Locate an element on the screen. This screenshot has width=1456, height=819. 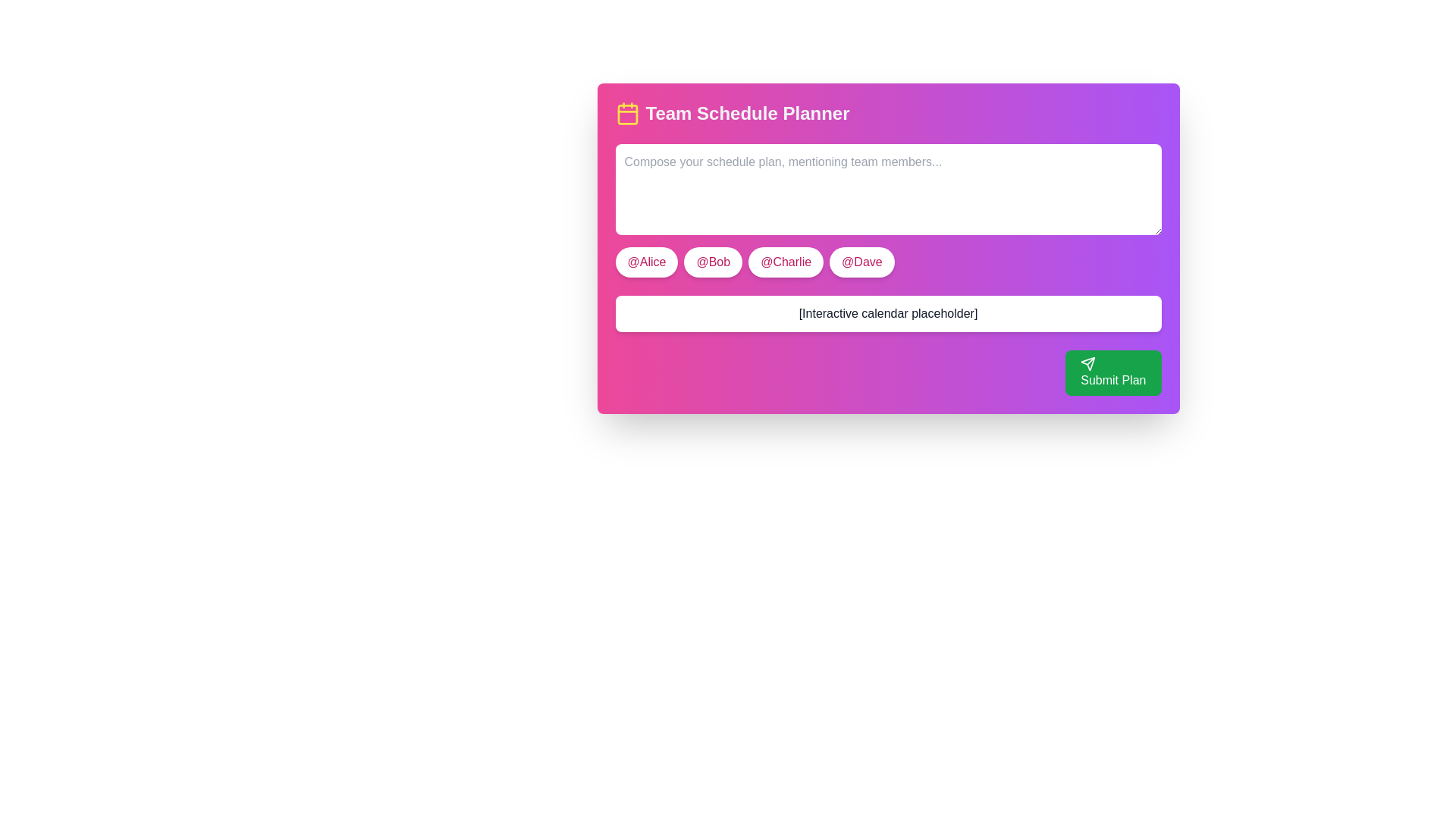
the main body portion of the calendar icon, which is a rounded rectangle with a border radius of 2 units, located within the team schedule planner interface is located at coordinates (627, 114).